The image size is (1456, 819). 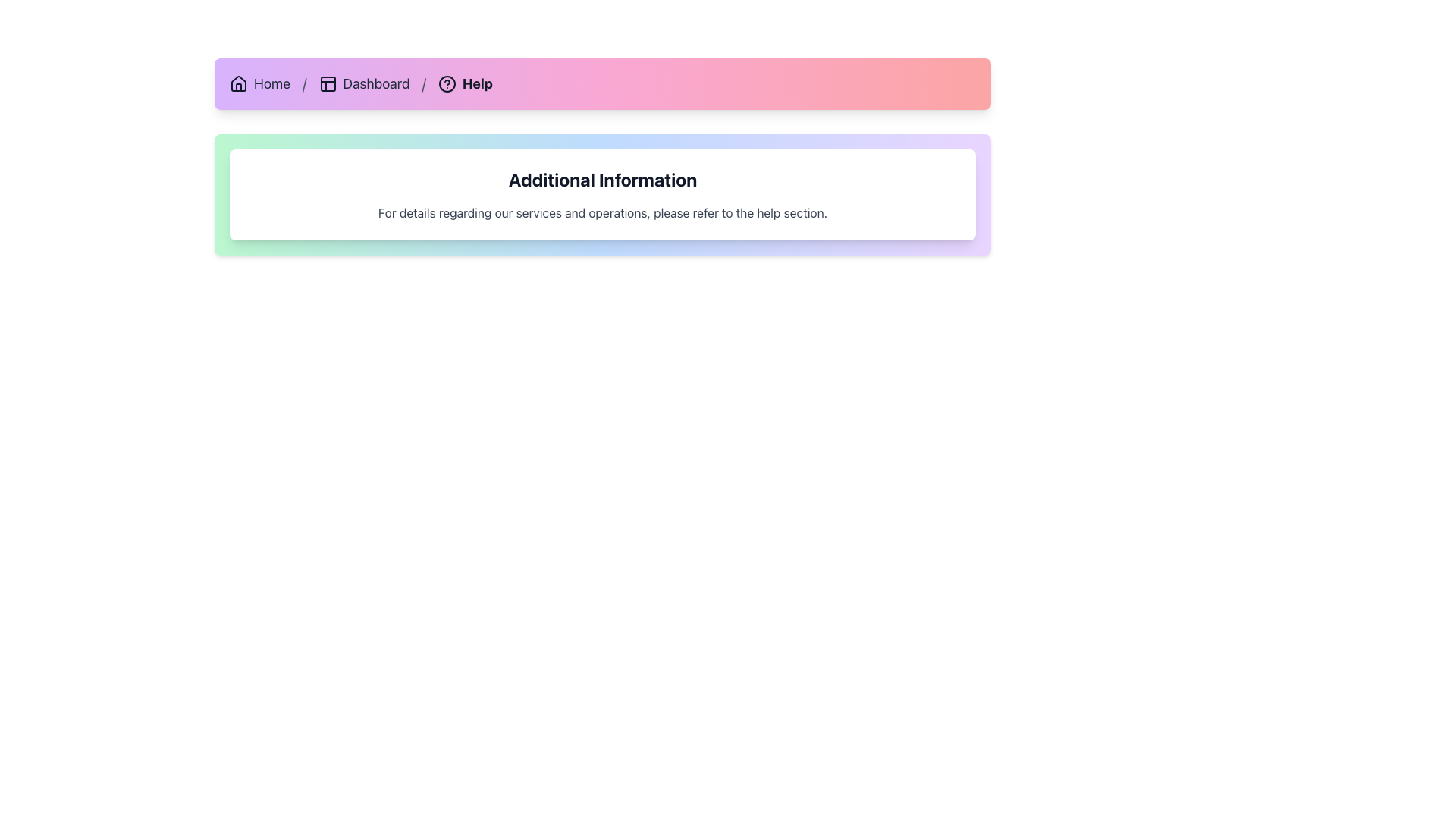 I want to click on the Breadcrumb navigation bar located near the top of the interface, which contains segments 'Home', 'Dashboard', and 'Help' with icons on the left, so click(x=602, y=84).